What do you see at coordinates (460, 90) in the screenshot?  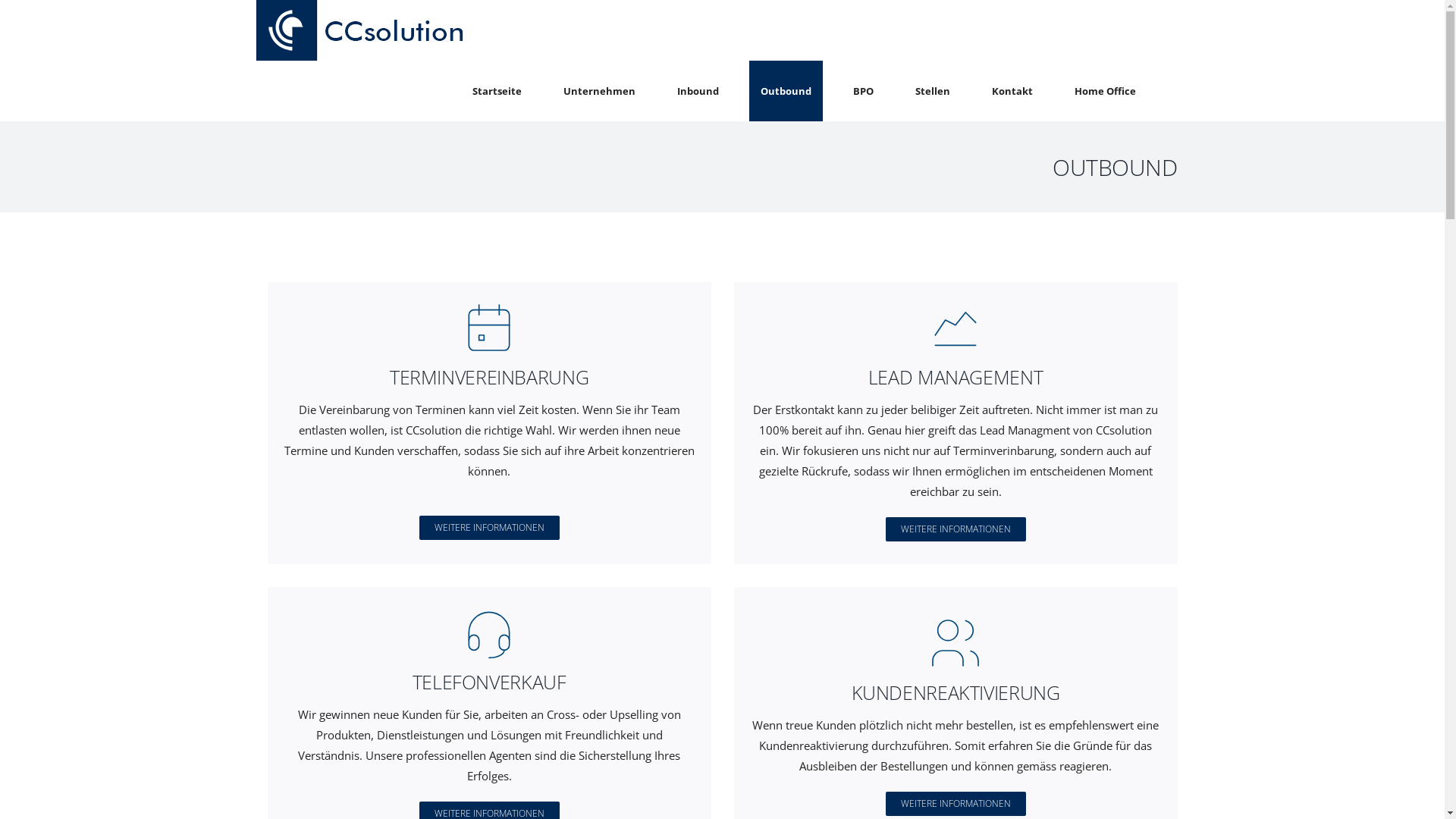 I see `'Startseite'` at bounding box center [460, 90].